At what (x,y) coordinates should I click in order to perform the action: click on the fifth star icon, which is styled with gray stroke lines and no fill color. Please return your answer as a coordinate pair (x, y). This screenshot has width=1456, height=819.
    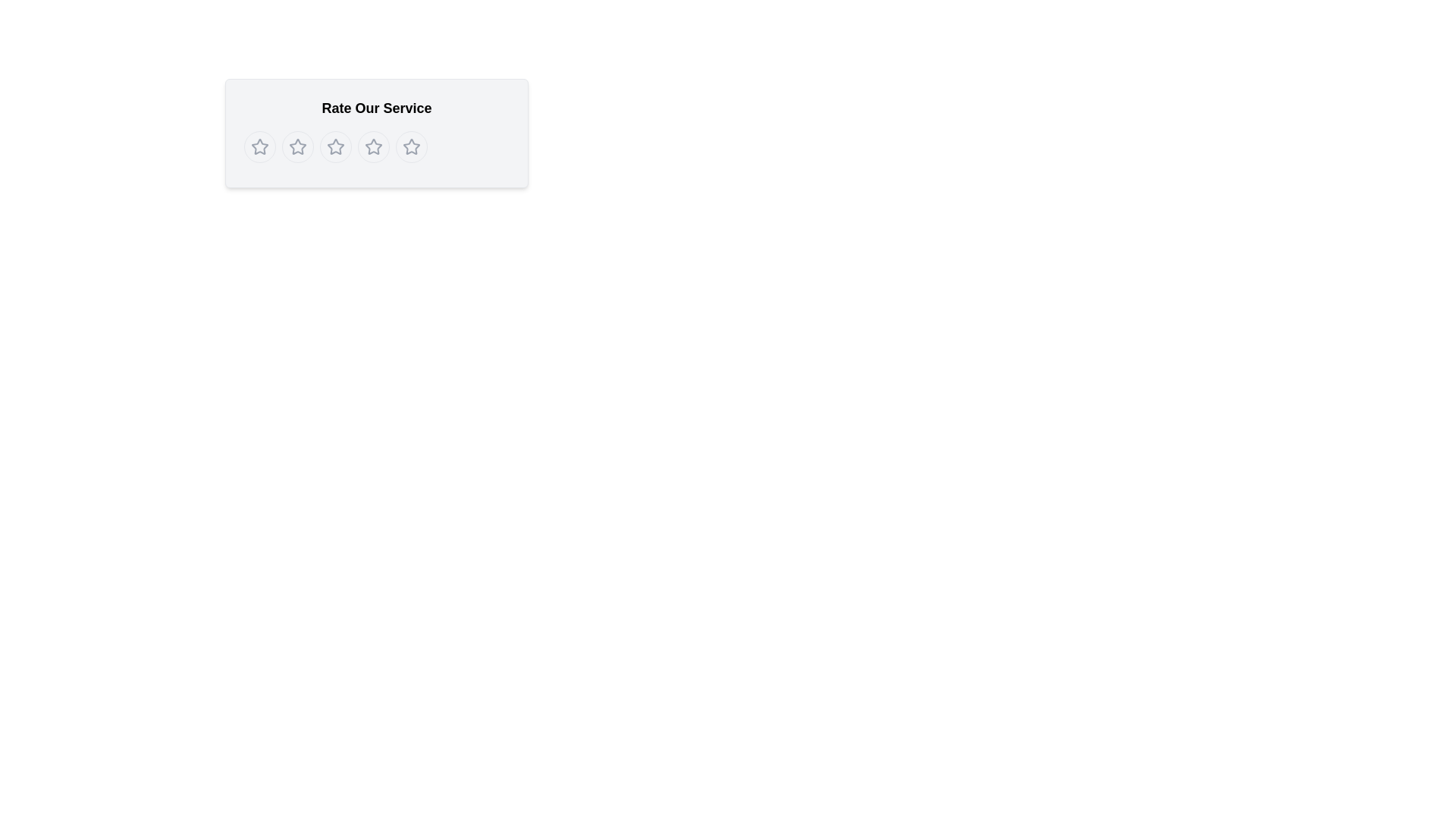
    Looking at the image, I should click on (411, 146).